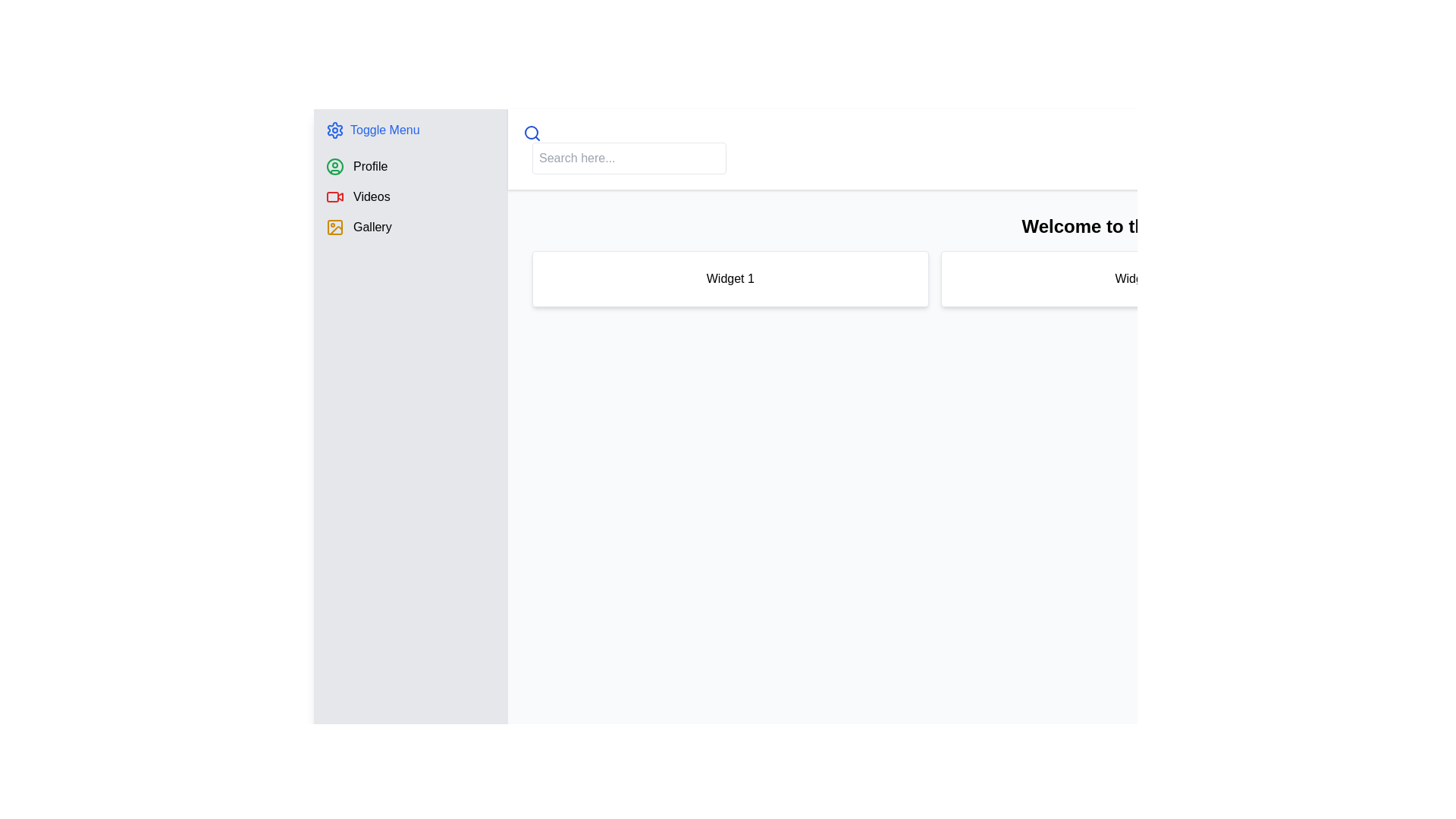 The width and height of the screenshot is (1456, 819). I want to click on the toggle button located at the top of the vertical sidebar menu on the left side of the interface, so click(372, 130).